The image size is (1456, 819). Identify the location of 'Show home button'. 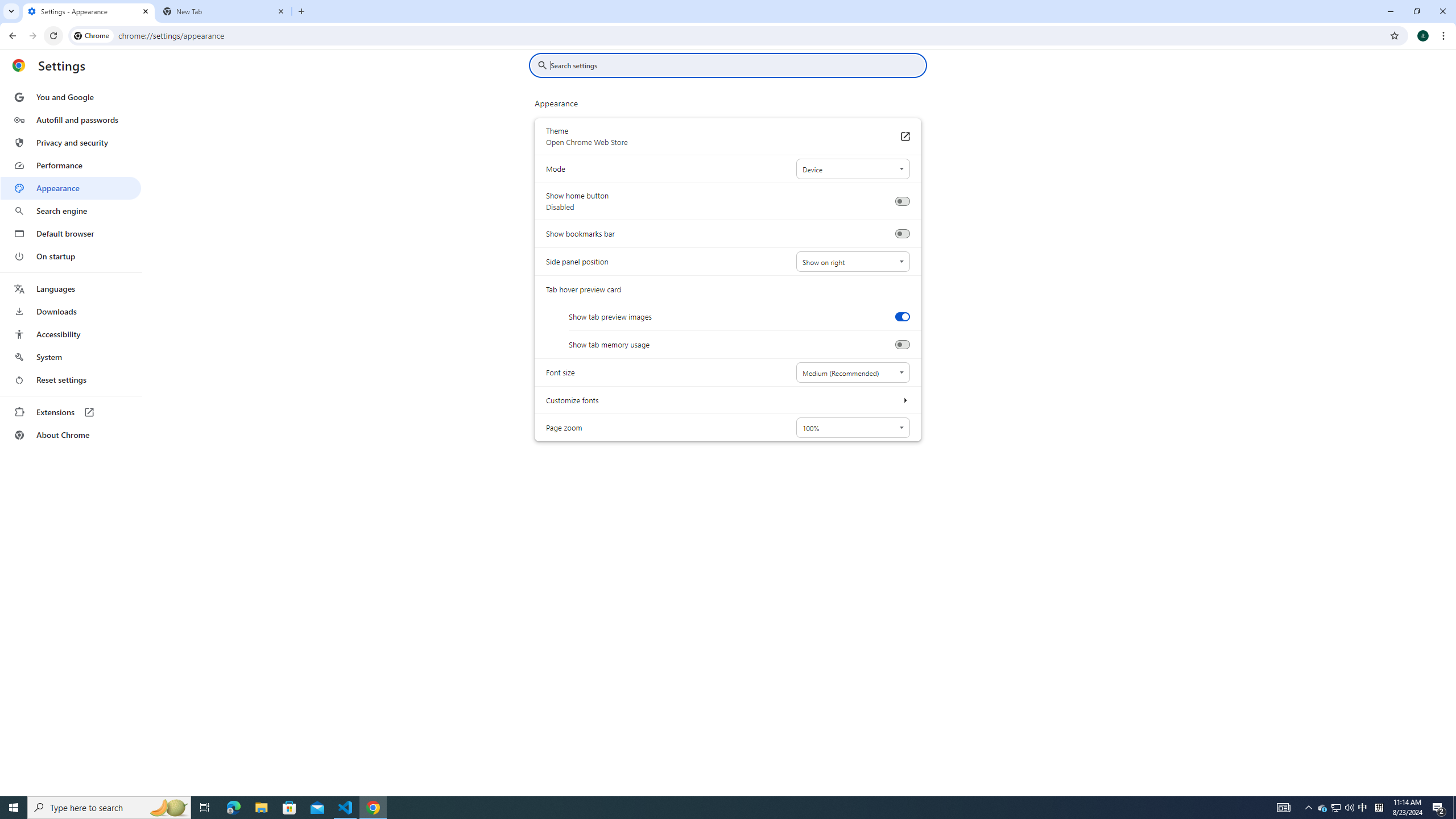
(901, 201).